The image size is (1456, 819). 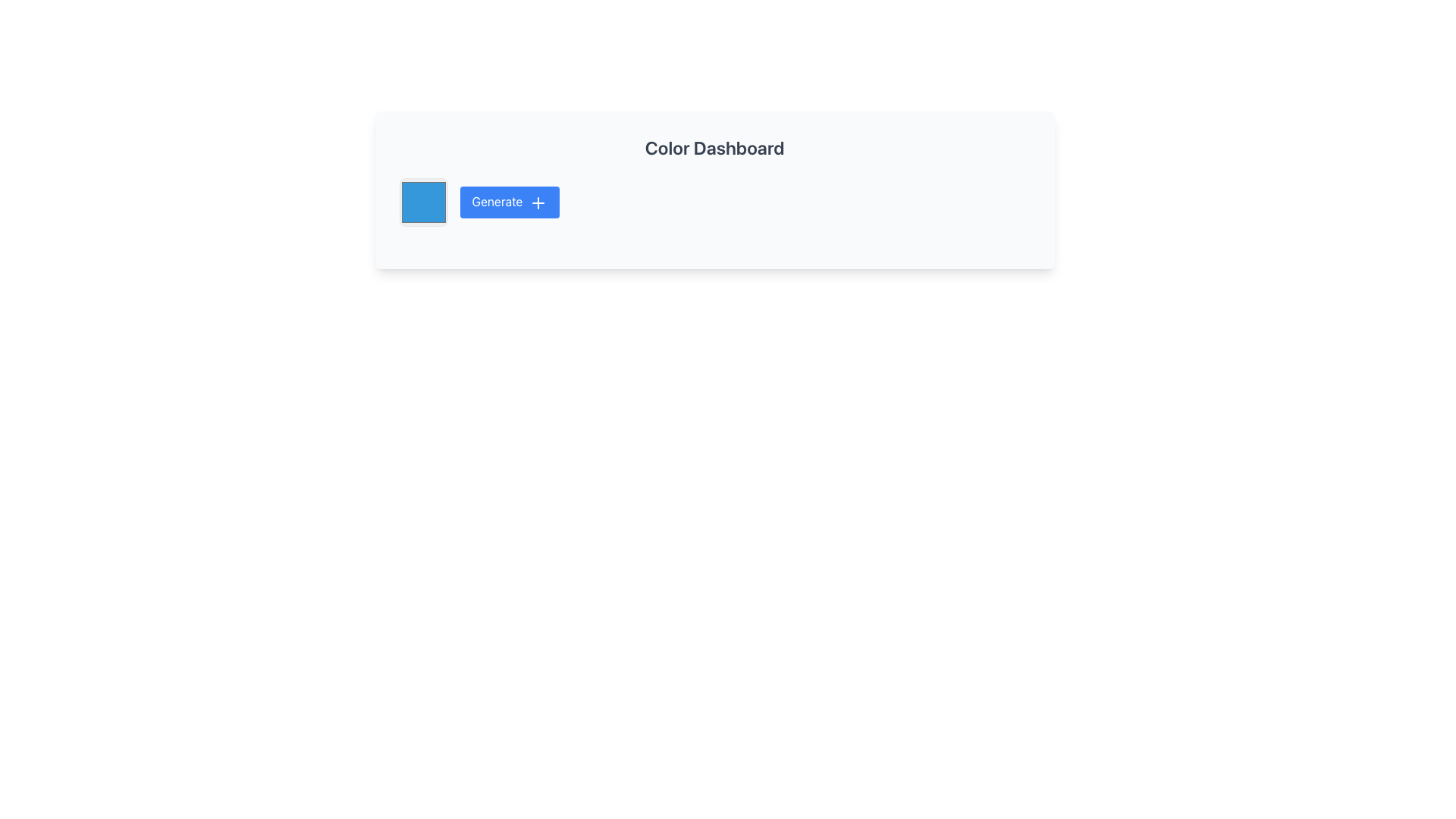 What do you see at coordinates (538, 202) in the screenshot?
I see `the blue plus icon located to the right of the 'Generate' text within the 'Generate' button` at bounding box center [538, 202].